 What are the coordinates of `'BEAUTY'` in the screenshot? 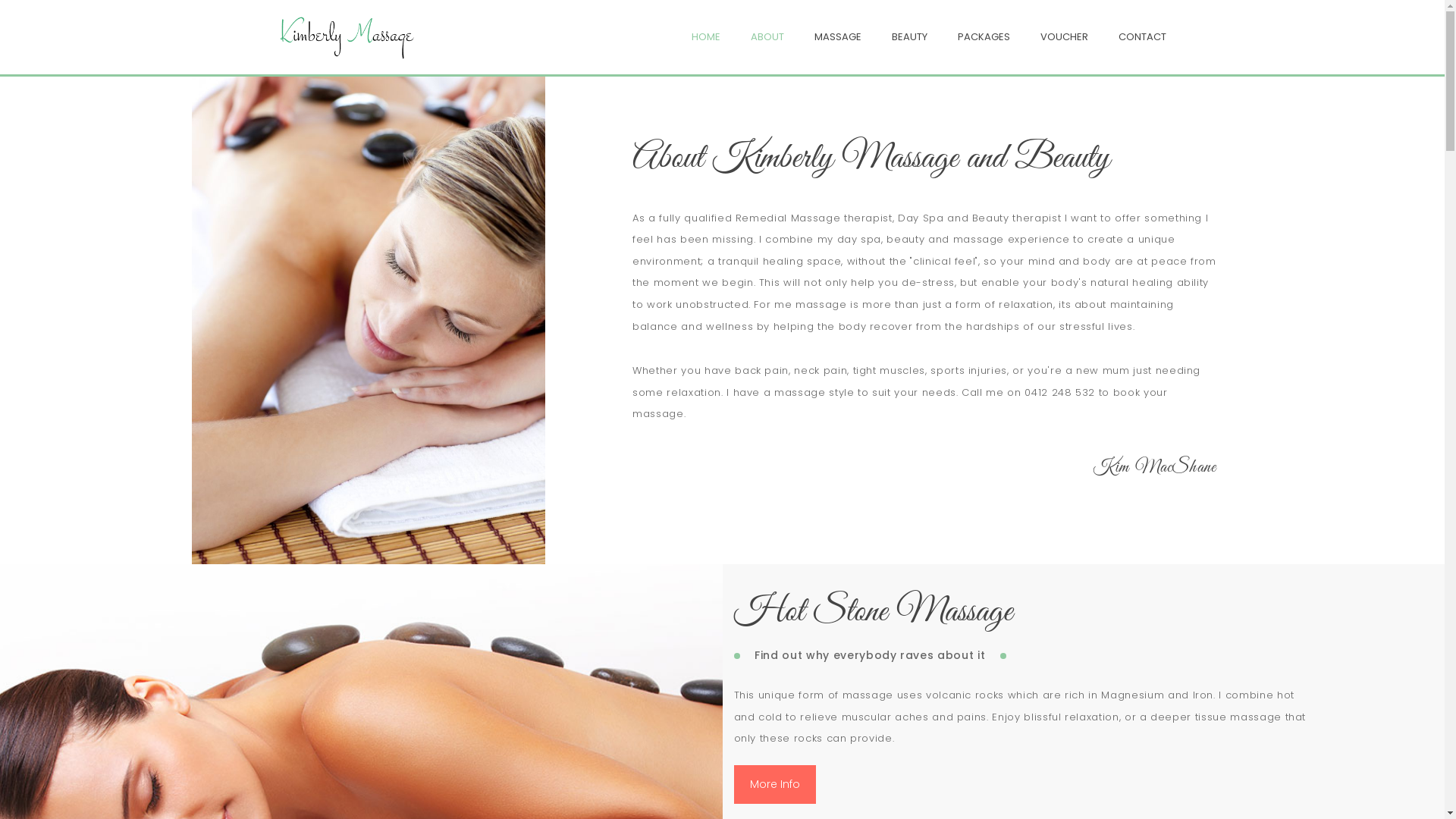 It's located at (892, 36).